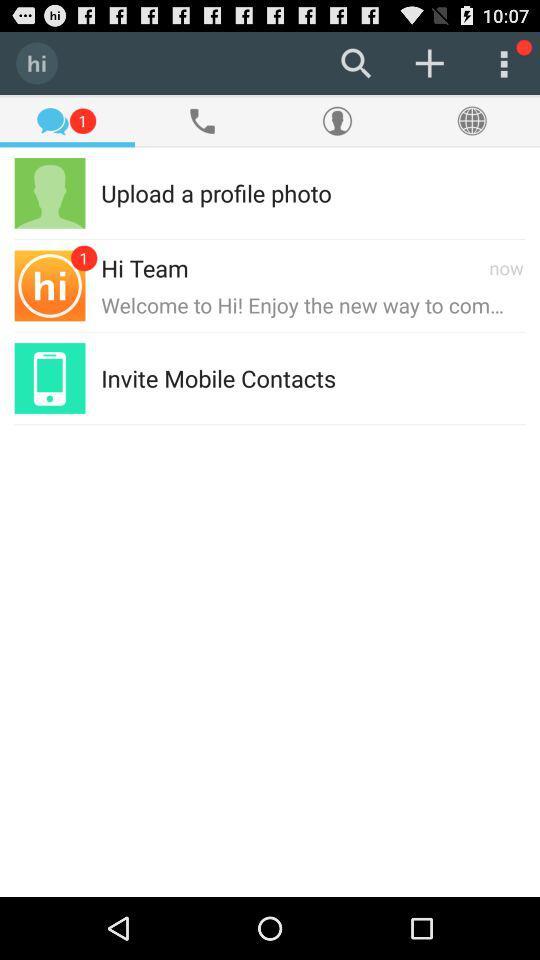  Describe the element at coordinates (313, 304) in the screenshot. I see `welcome to hi app` at that location.